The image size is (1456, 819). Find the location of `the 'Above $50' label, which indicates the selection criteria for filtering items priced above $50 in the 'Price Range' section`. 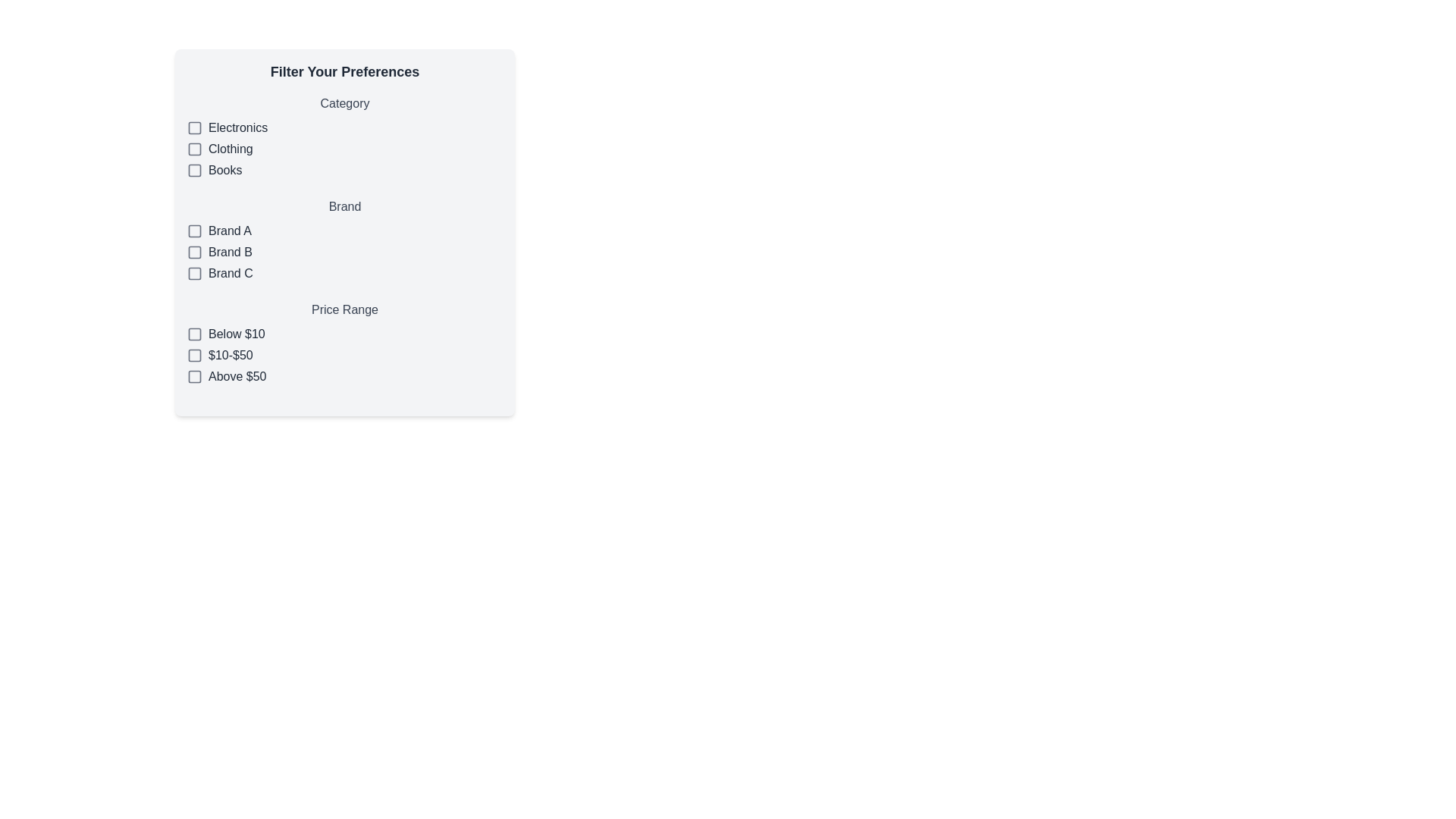

the 'Above $50' label, which indicates the selection criteria for filtering items priced above $50 in the 'Price Range' section is located at coordinates (237, 376).